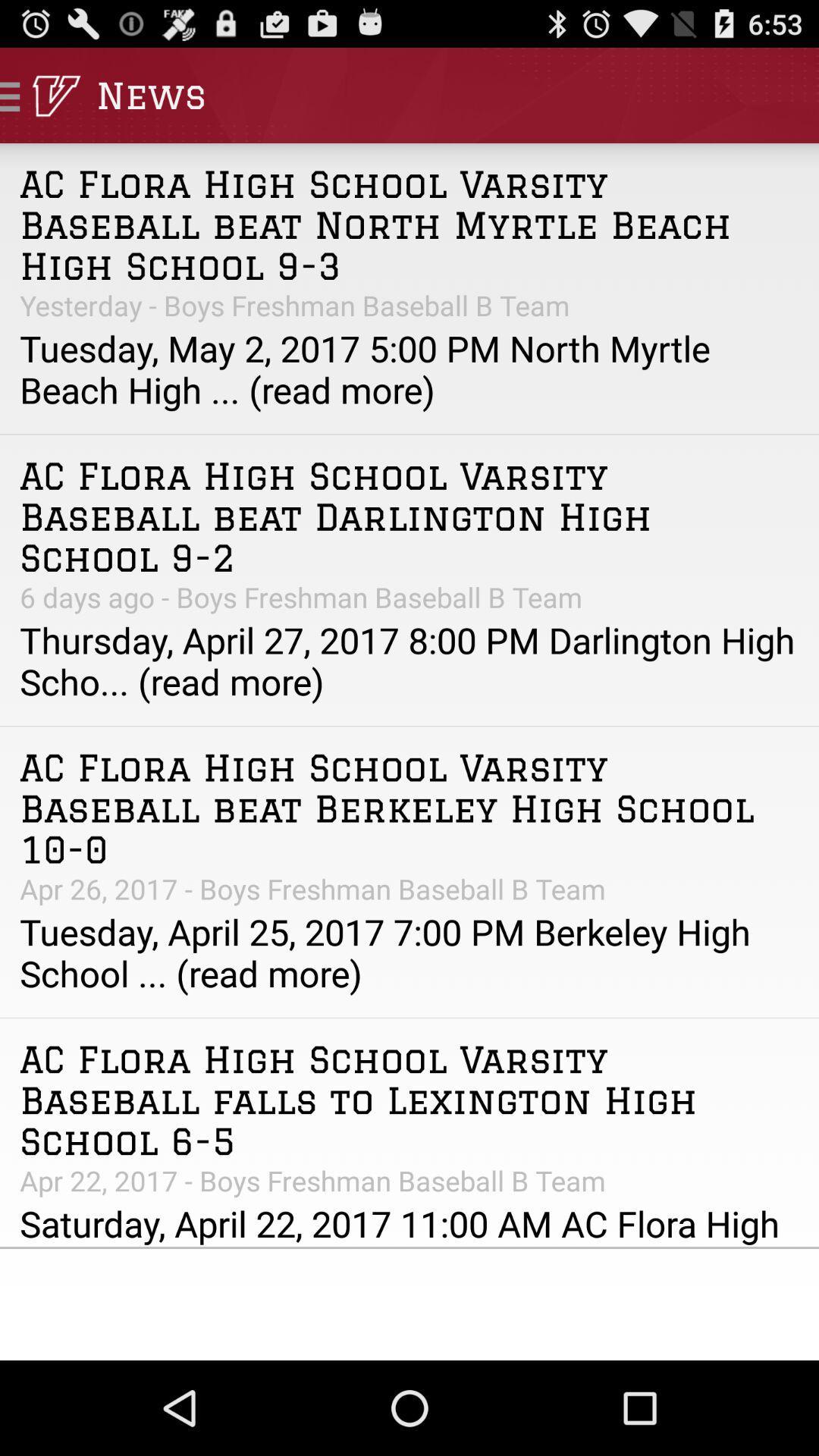 The height and width of the screenshot is (1456, 819). I want to click on the app above the thursday april 27 icon, so click(409, 596).